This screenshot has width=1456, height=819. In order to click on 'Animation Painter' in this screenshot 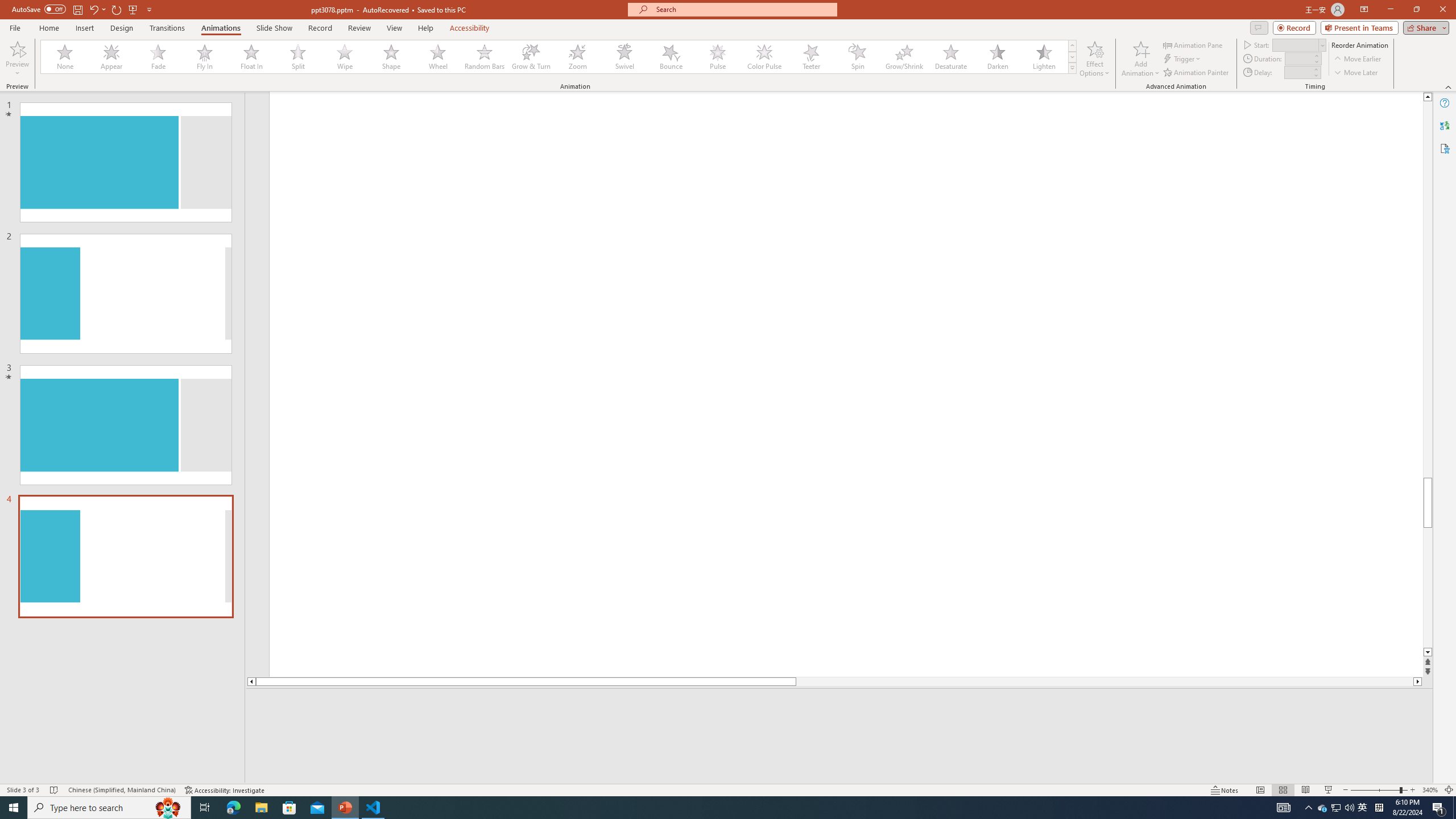, I will do `click(1196, 72)`.